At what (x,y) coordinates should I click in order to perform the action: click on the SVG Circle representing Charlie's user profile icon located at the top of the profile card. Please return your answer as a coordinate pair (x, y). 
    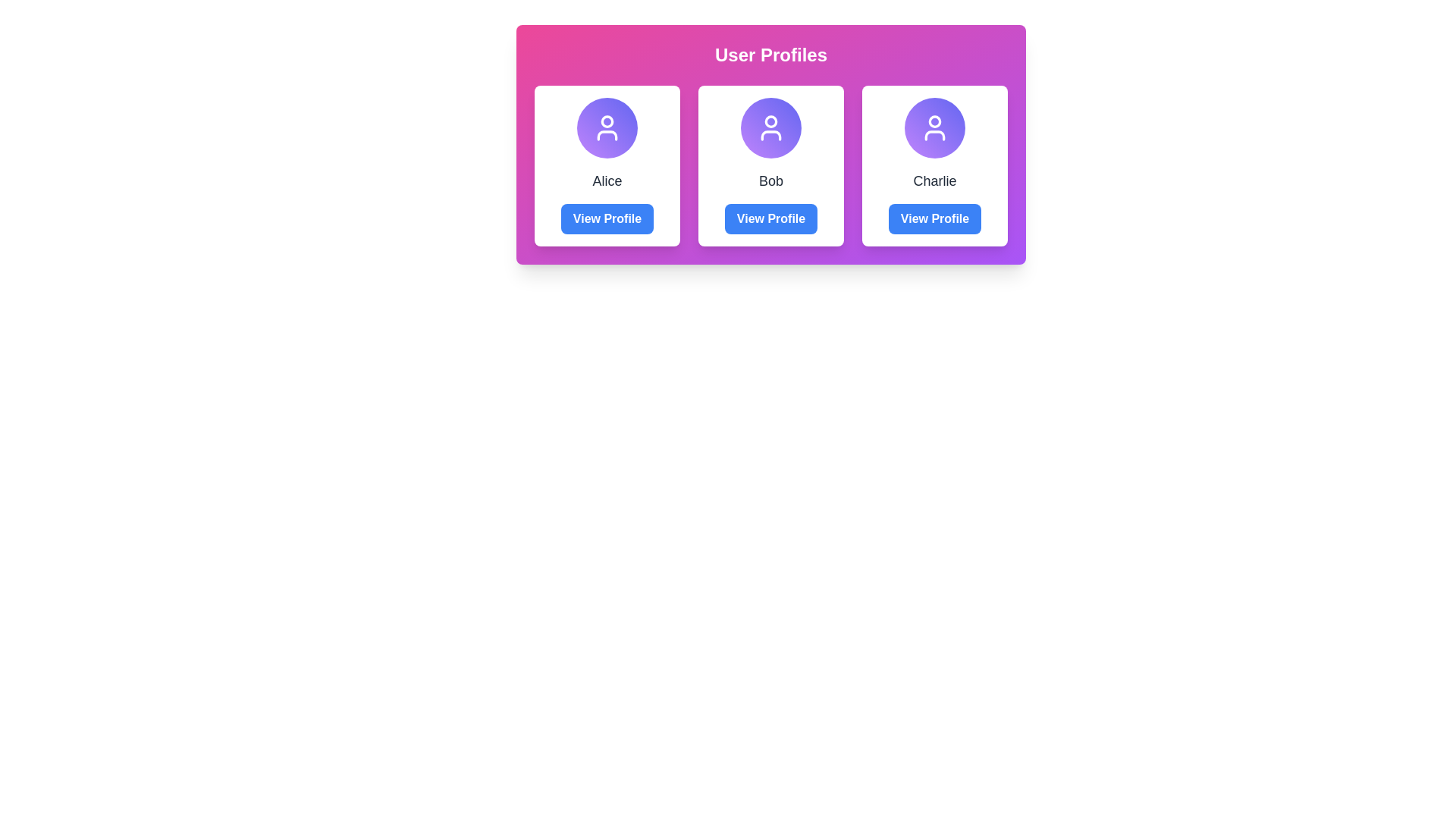
    Looking at the image, I should click on (934, 120).